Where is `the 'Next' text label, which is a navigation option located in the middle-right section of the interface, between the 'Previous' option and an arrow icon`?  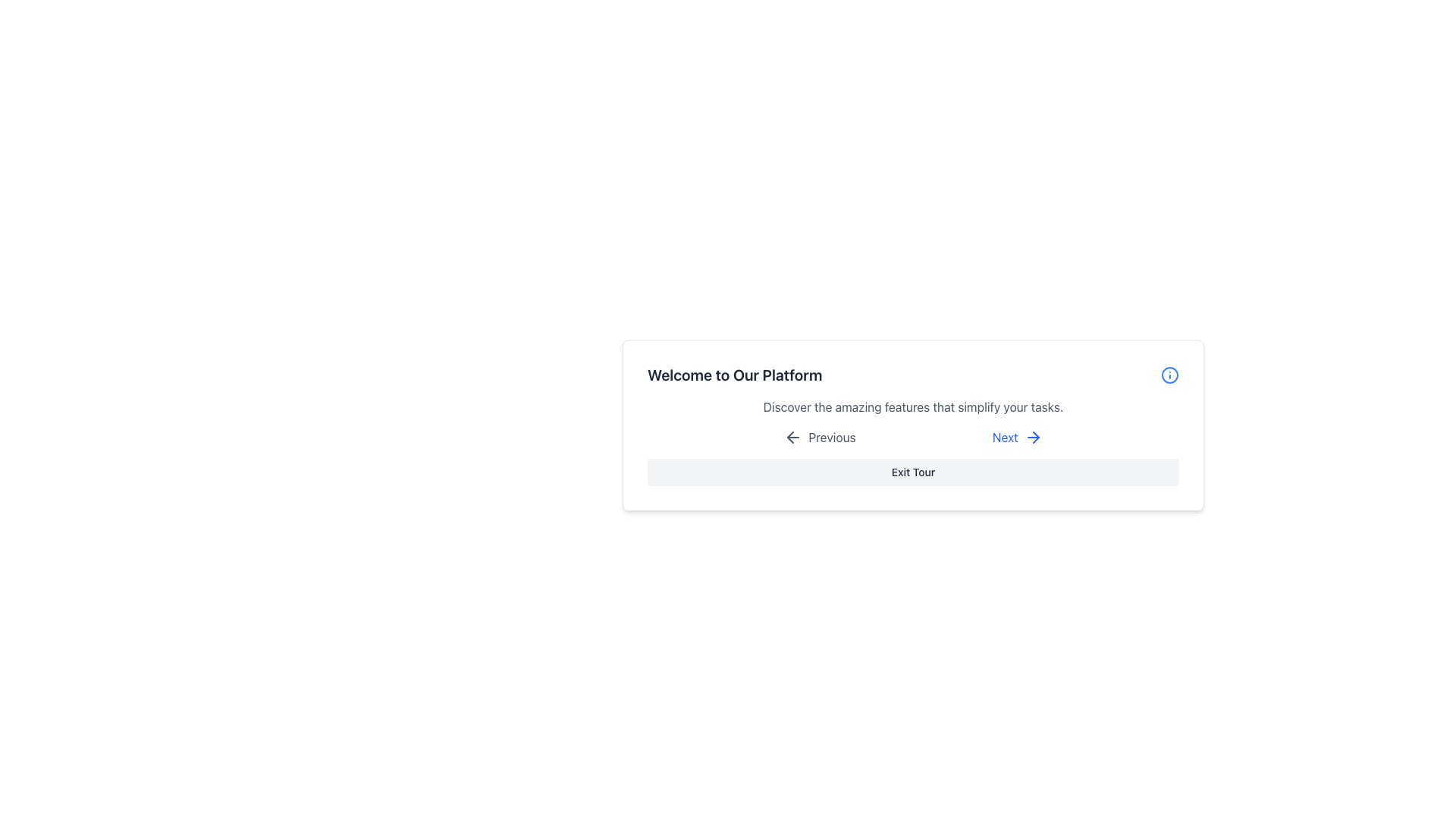 the 'Next' text label, which is a navigation option located in the middle-right section of the interface, between the 'Previous' option and an arrow icon is located at coordinates (1005, 438).